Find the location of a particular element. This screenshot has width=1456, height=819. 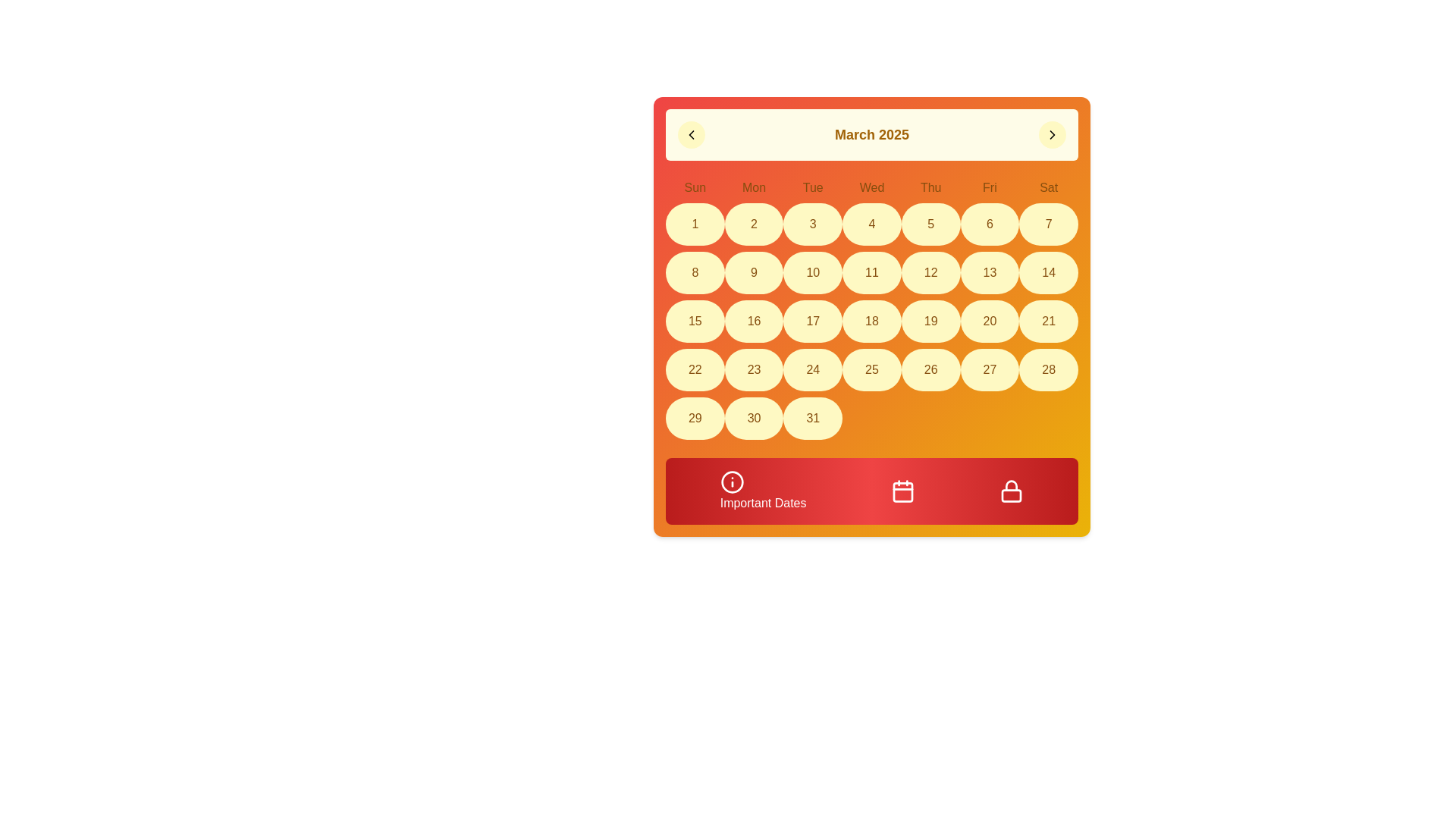

the button representing the 14th day of the month in the calendar interface is located at coordinates (1048, 271).